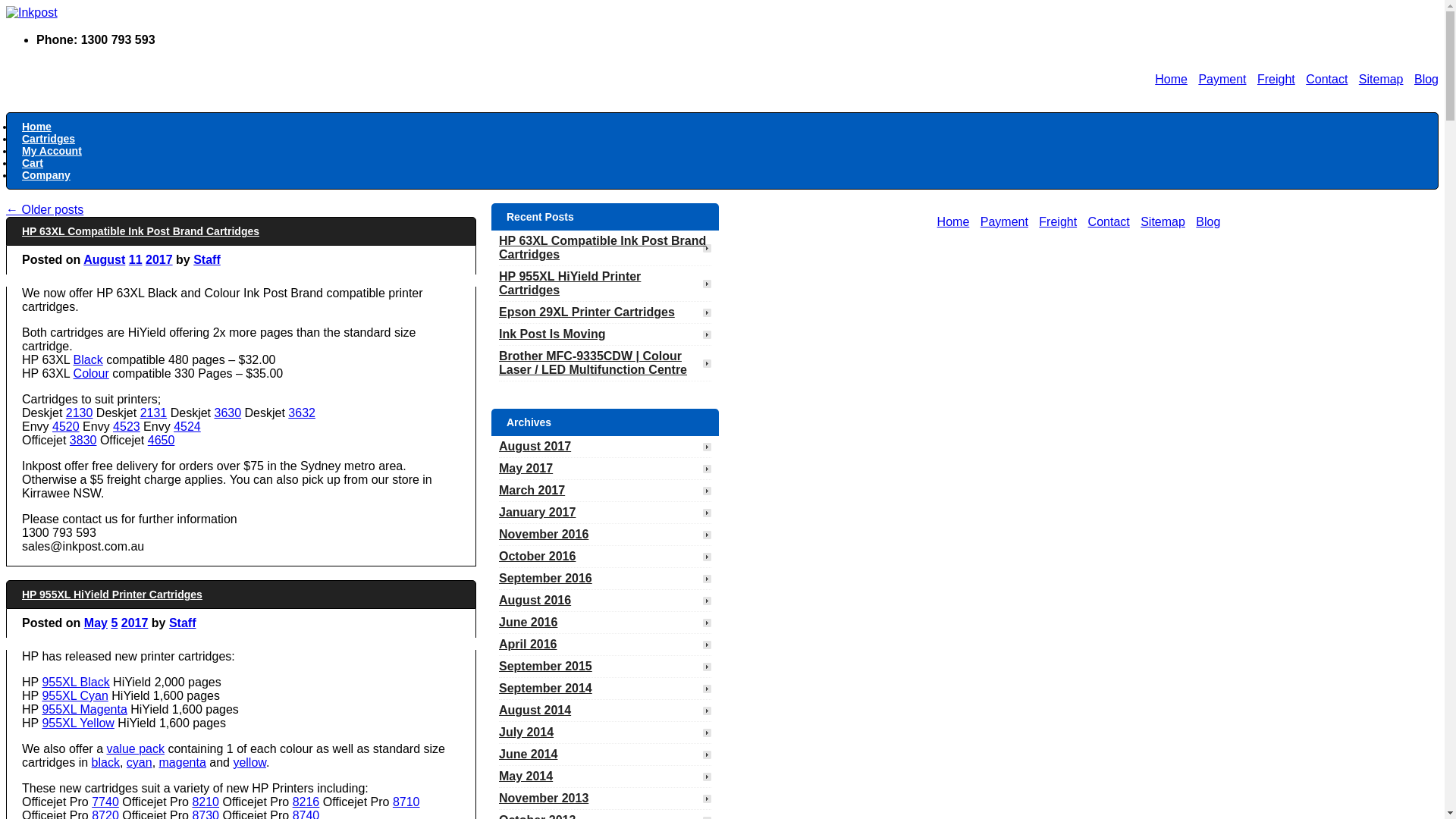  What do you see at coordinates (542, 710) in the screenshot?
I see `'August 2014'` at bounding box center [542, 710].